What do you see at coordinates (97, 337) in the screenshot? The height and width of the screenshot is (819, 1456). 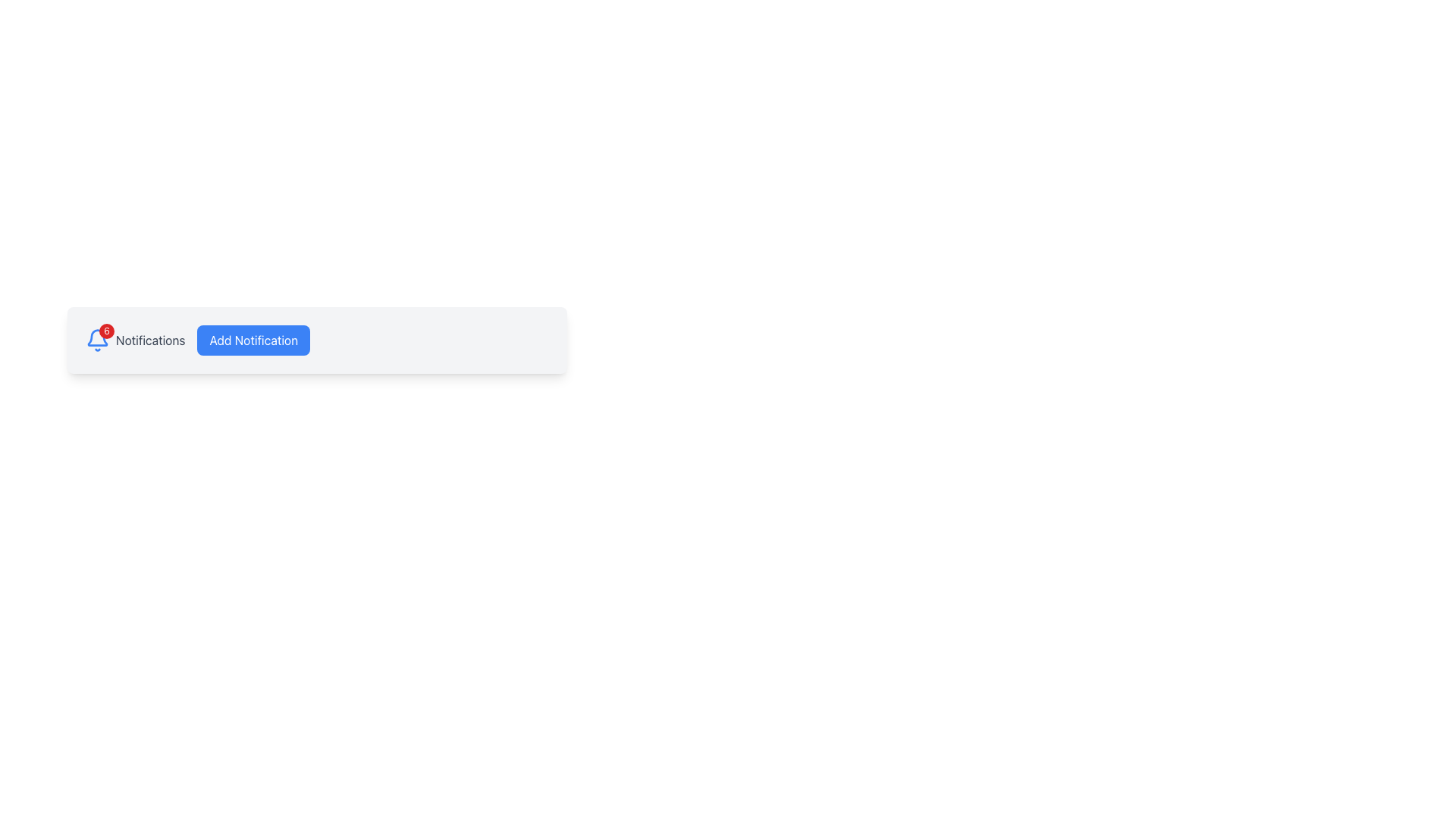 I see `the lower part of the bell icon representing notifications, located left of the 'Notifications' label` at bounding box center [97, 337].